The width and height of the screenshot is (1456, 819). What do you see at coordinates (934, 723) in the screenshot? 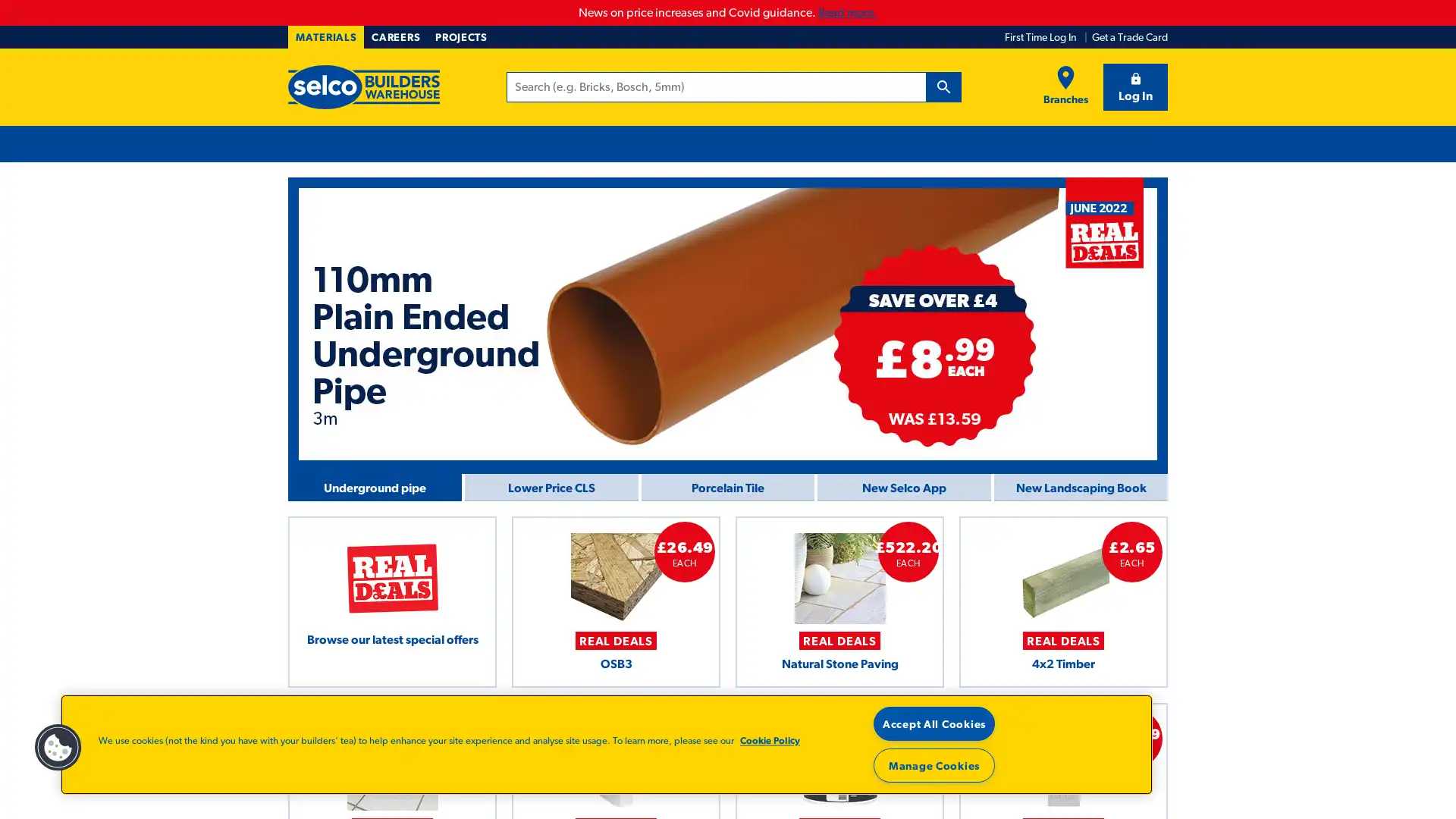
I see `Accept All Cookies` at bounding box center [934, 723].